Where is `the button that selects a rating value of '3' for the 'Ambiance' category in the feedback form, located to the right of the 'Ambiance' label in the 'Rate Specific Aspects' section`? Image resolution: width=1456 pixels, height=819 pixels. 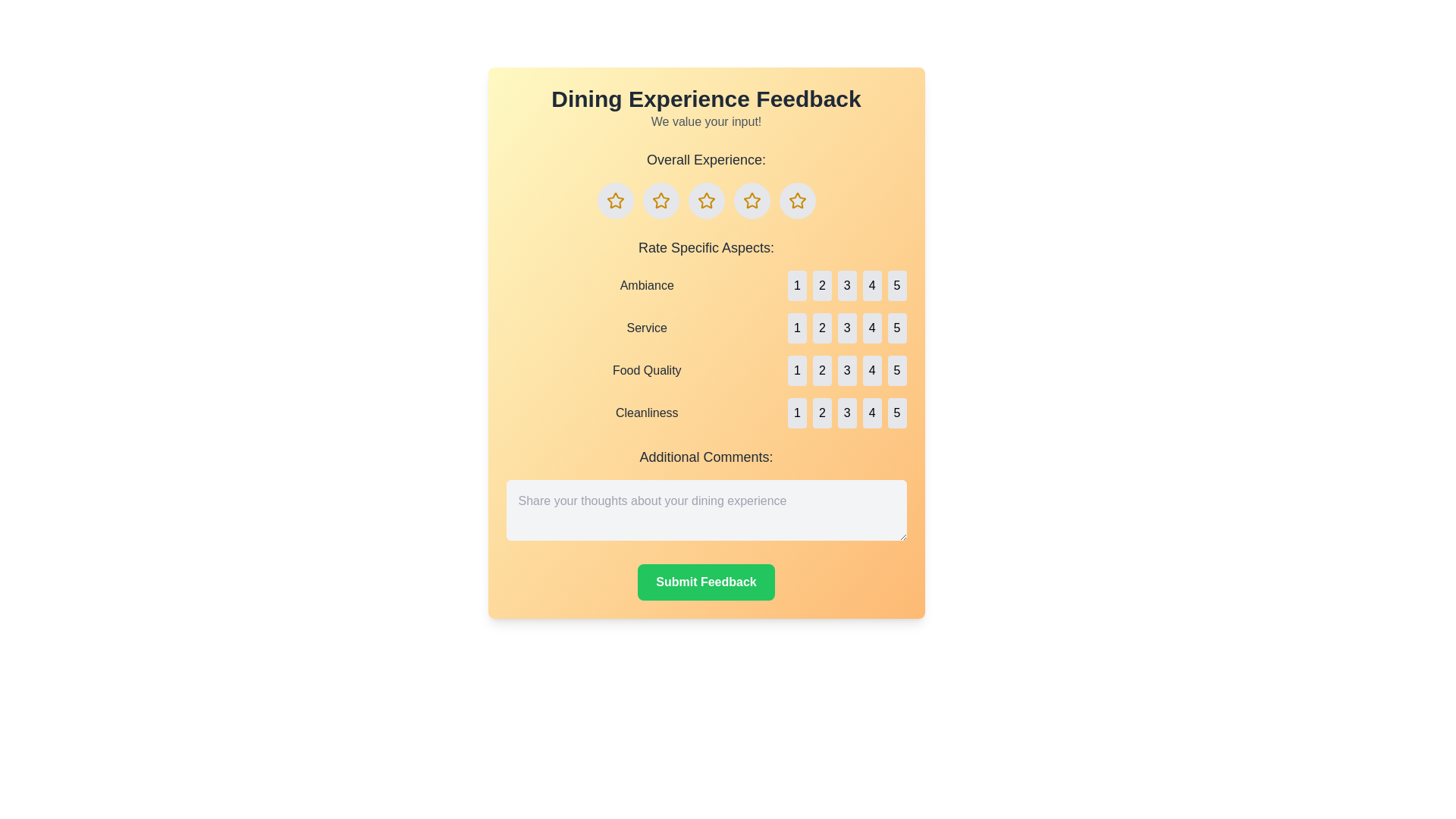
the button that selects a rating value of '3' for the 'Ambiance' category in the feedback form, located to the right of the 'Ambiance' label in the 'Rate Specific Aspects' section is located at coordinates (846, 286).